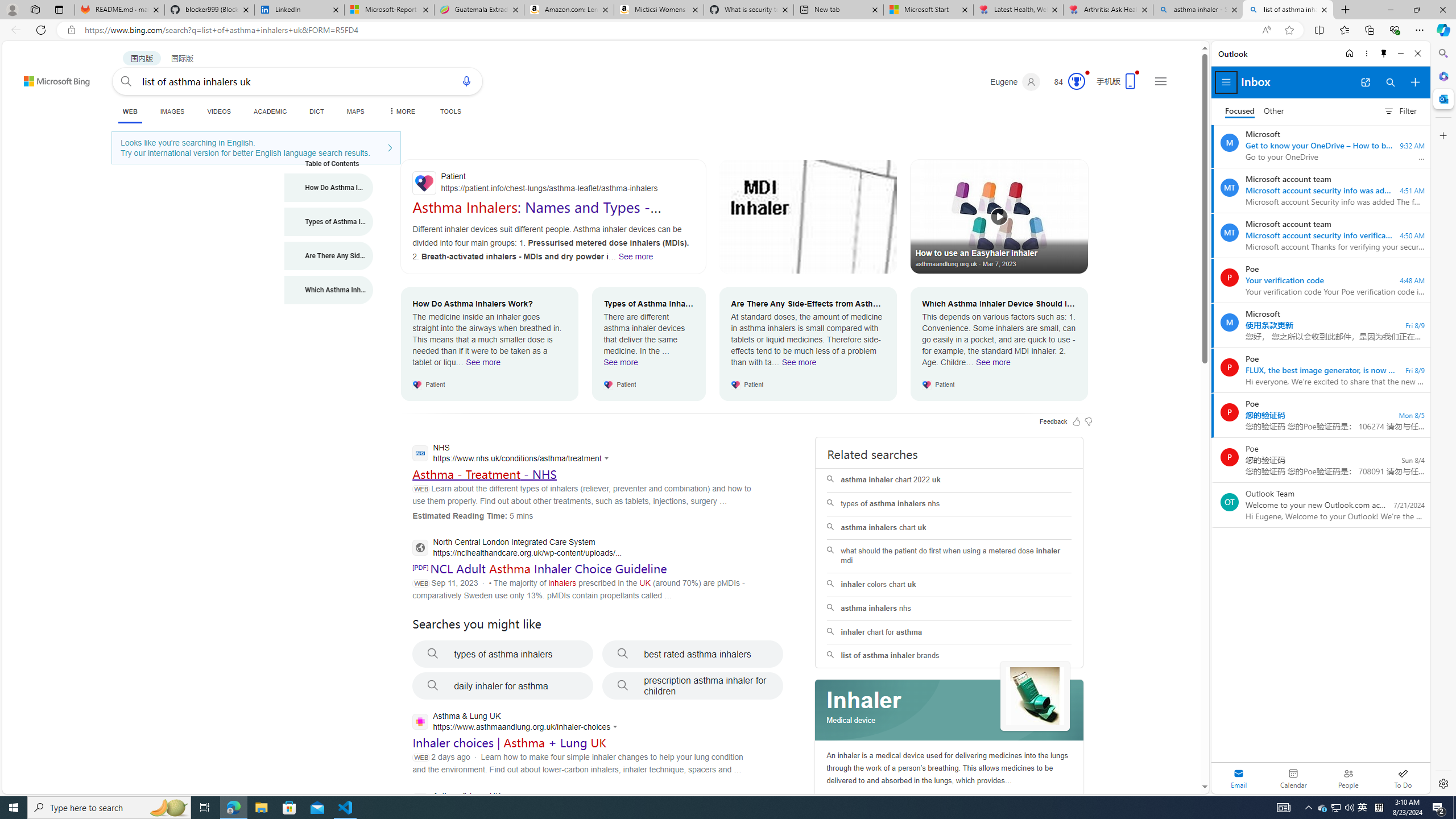 This screenshot has height=819, width=1456. Describe the element at coordinates (949, 527) in the screenshot. I see `'asthma inhalers chart uk'` at that location.